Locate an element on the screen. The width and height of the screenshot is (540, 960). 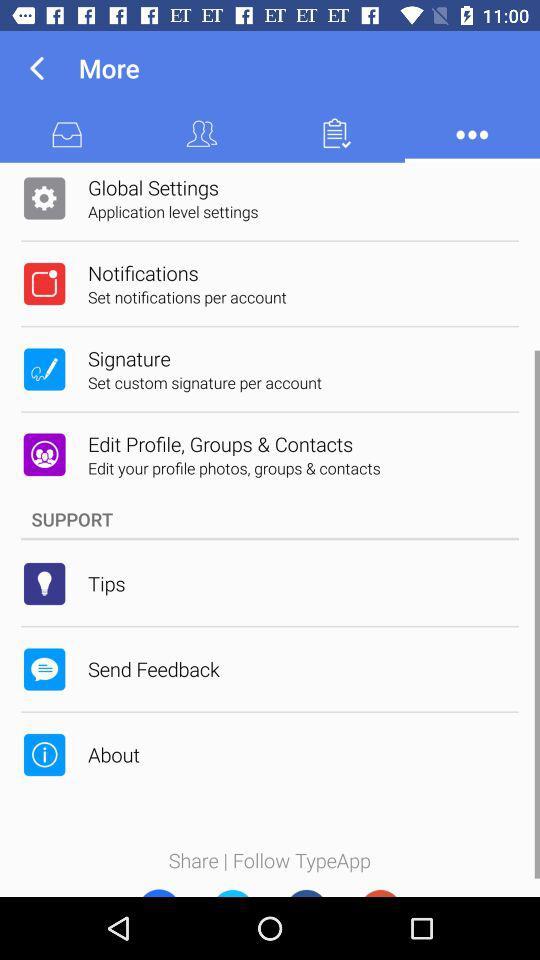
the set custom signature item is located at coordinates (204, 381).